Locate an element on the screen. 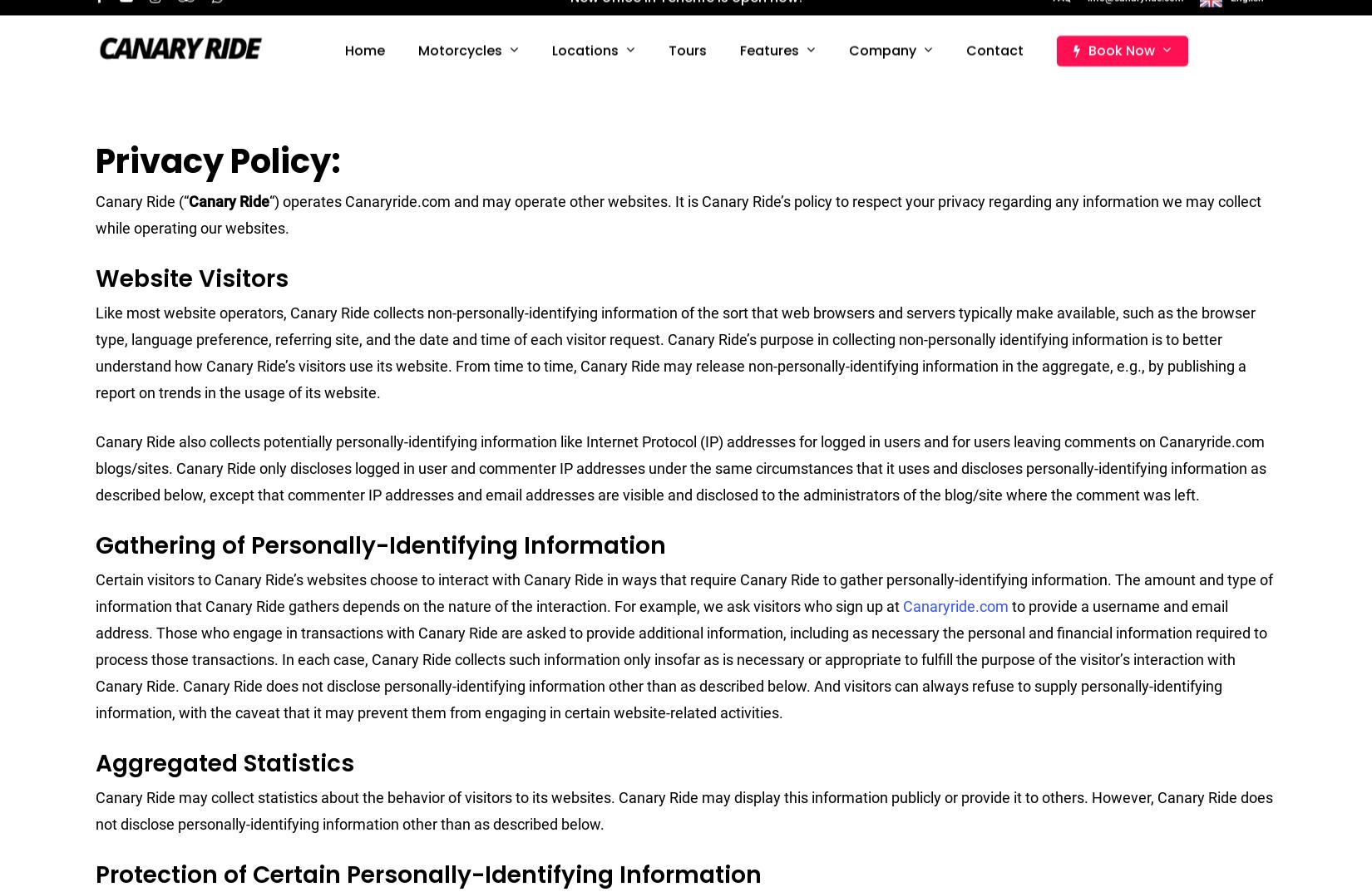 This screenshot has width=1372, height=892. 'info@canaryride.com' is located at coordinates (1134, 17).